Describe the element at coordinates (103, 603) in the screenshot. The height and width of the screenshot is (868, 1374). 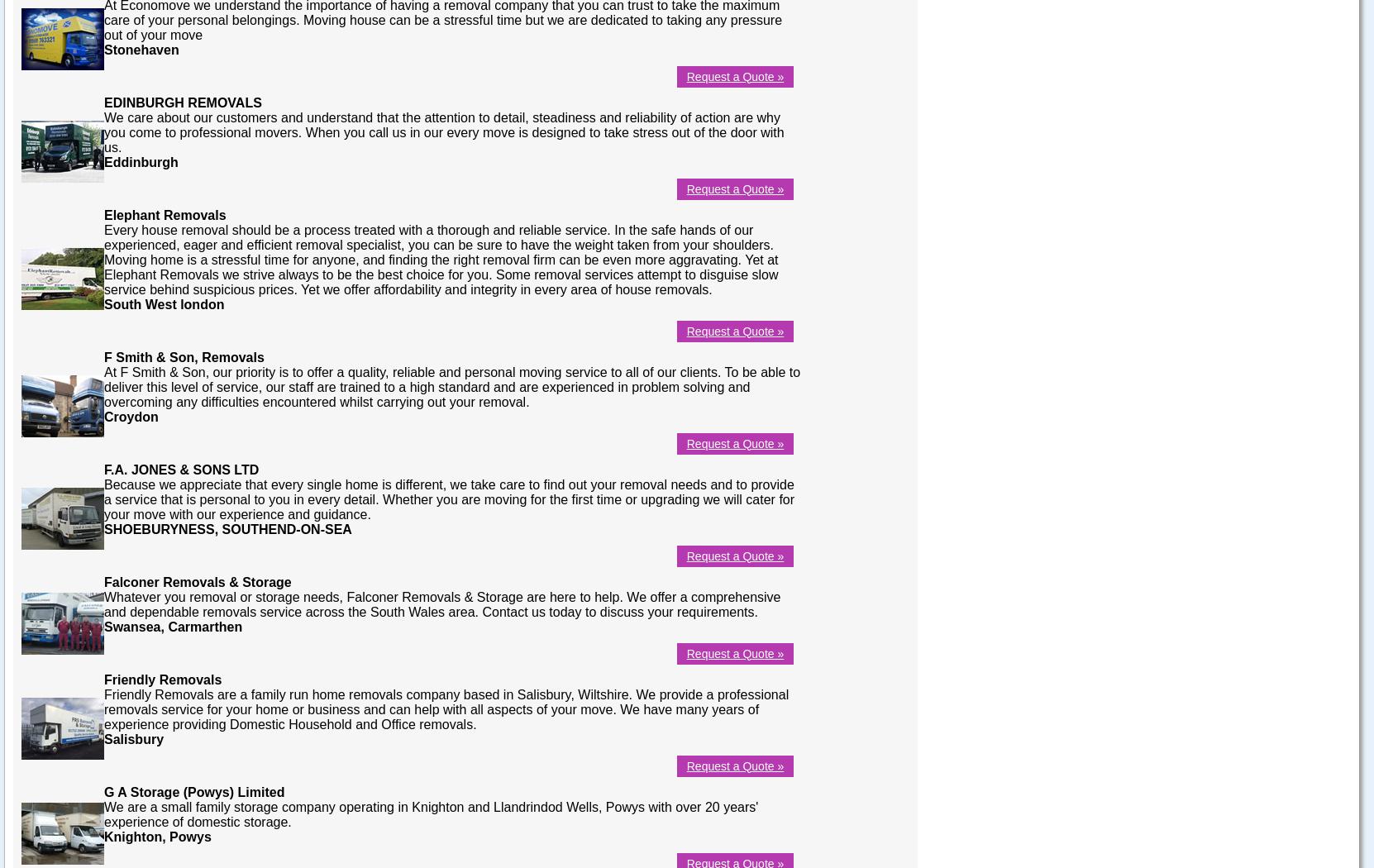
I see `'Whatever you removal or storage needs, Falconer Removals & Storage are here to help.

We offer a comprehensive and dependable removals service across the South Wales area. Contact us today to discuss your requirements.'` at that location.